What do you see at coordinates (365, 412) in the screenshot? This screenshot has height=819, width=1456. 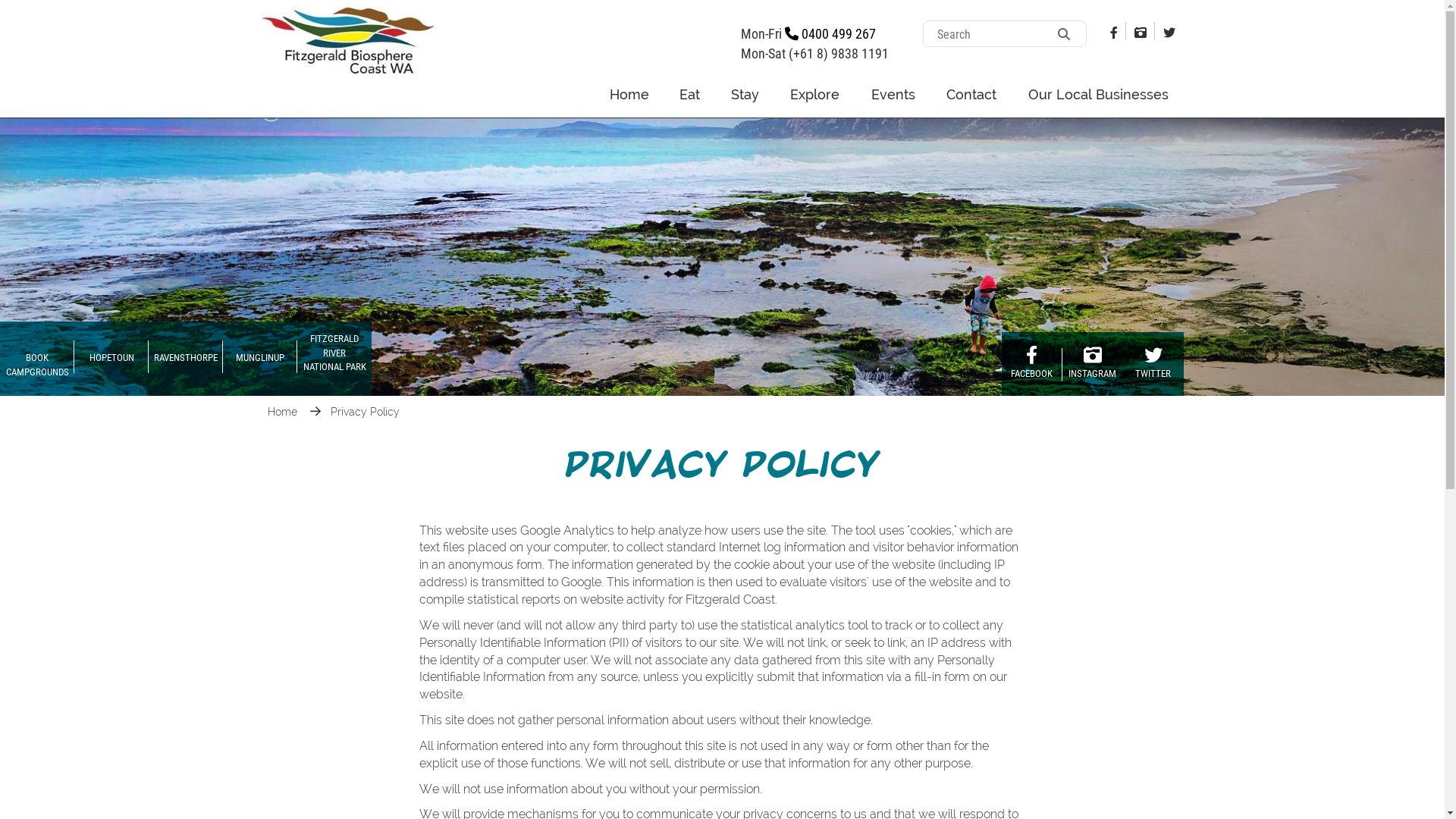 I see `'Privacy Policy'` at bounding box center [365, 412].